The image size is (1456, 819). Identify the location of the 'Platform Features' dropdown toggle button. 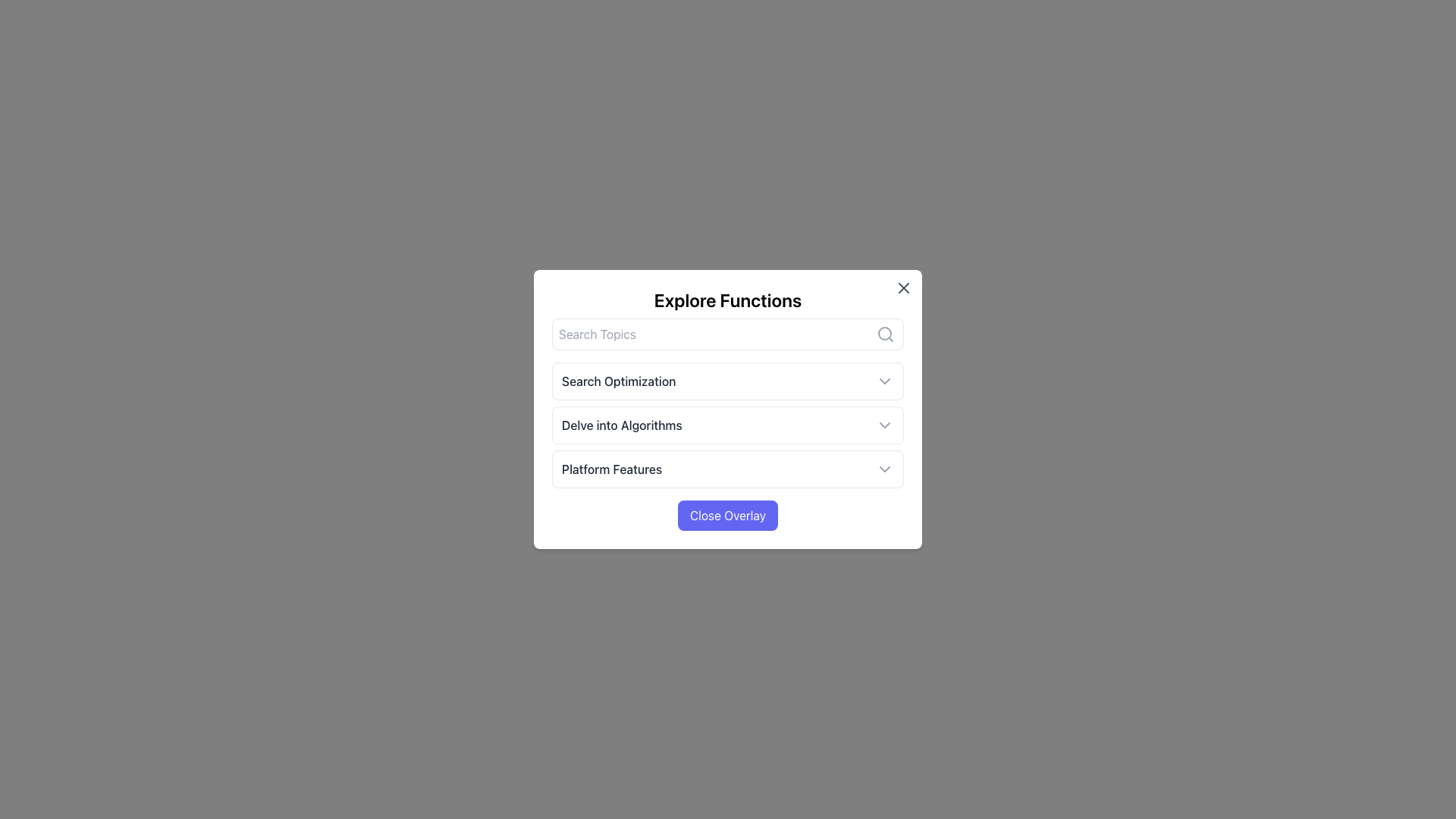
(728, 468).